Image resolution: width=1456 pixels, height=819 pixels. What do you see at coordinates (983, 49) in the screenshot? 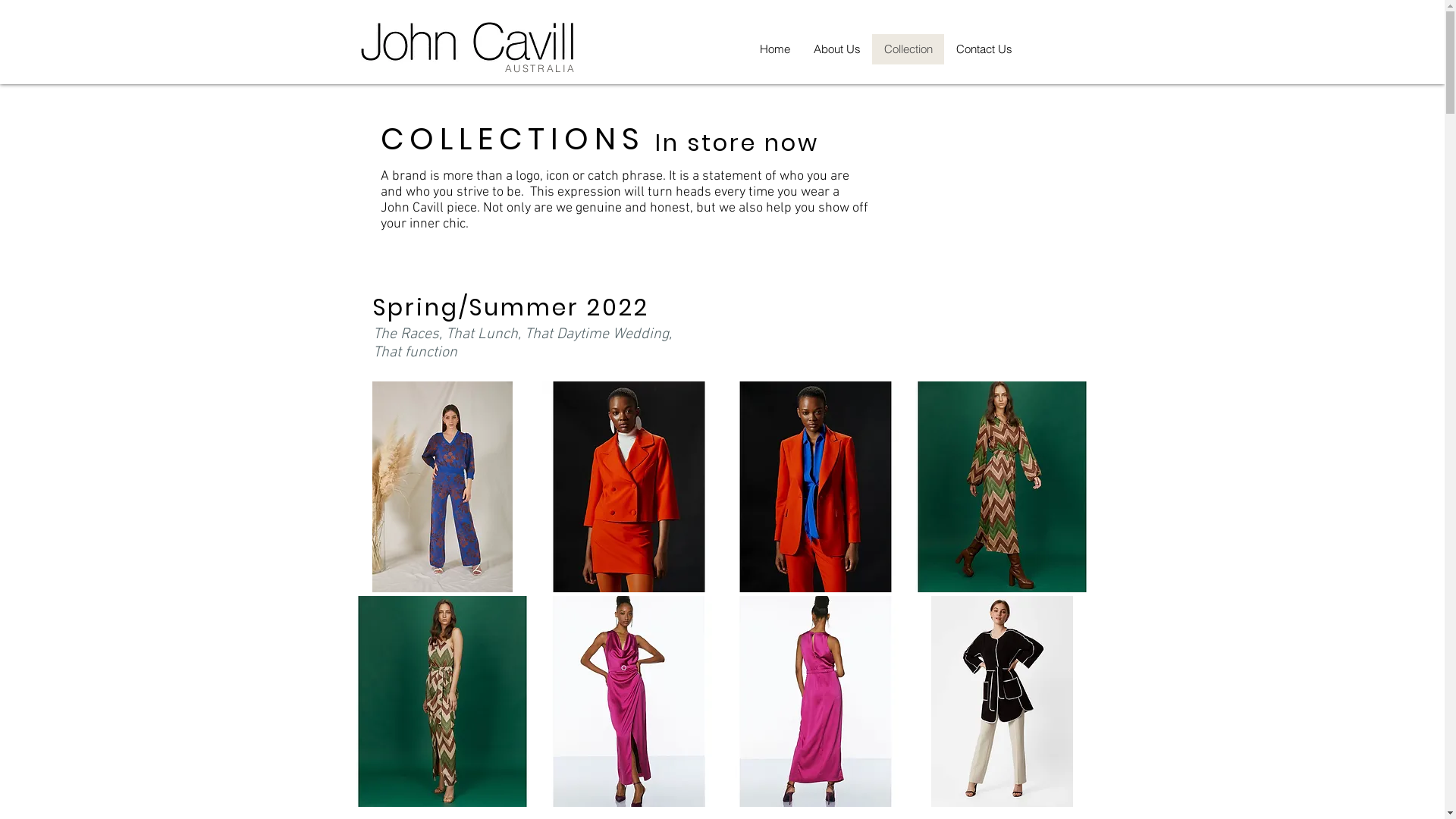
I see `'Contact Us'` at bounding box center [983, 49].